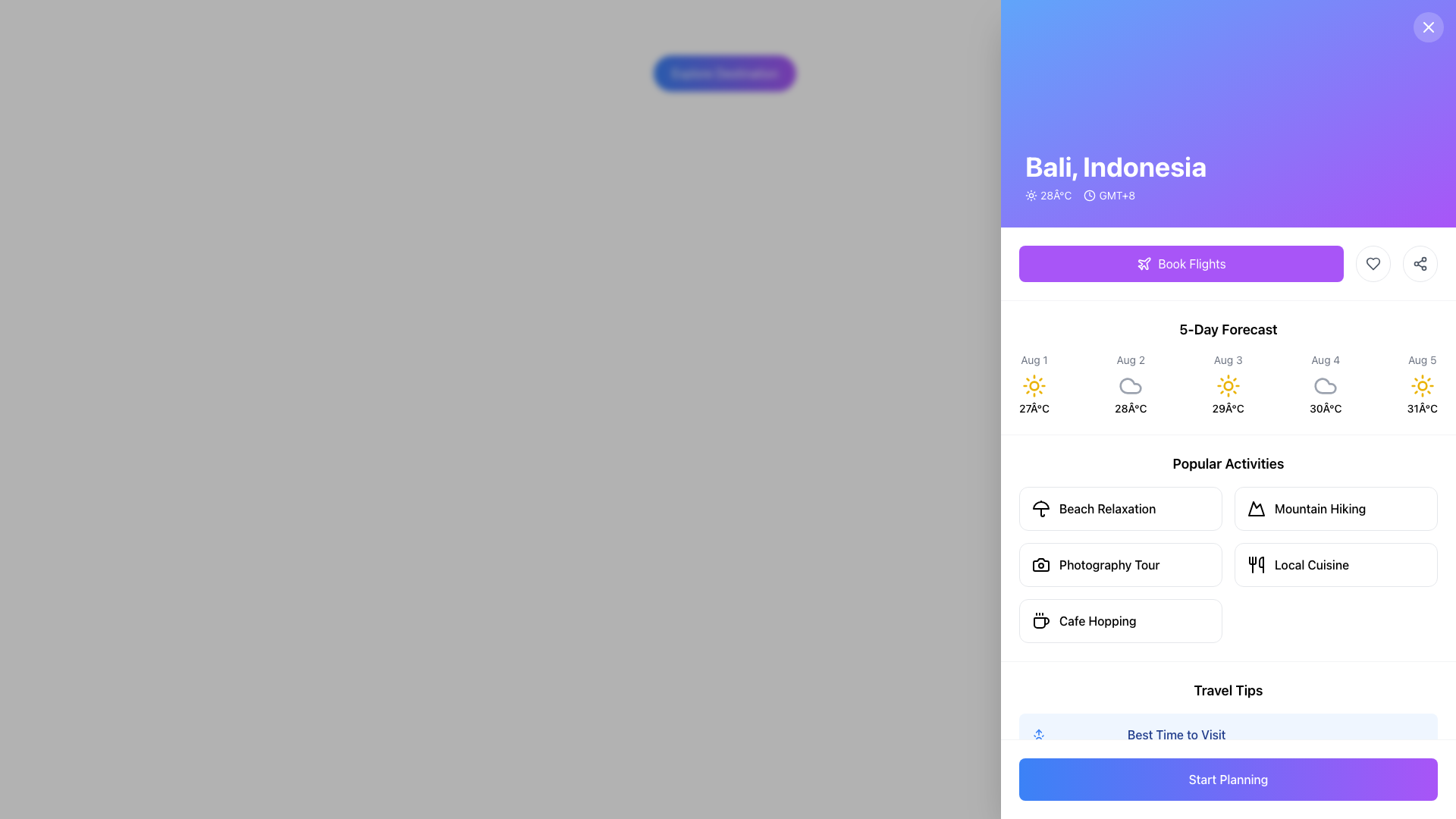  What do you see at coordinates (1419, 262) in the screenshot?
I see `the share icon, which is a minimalist gray icon with interconnected circles in a triangular arrangement` at bounding box center [1419, 262].